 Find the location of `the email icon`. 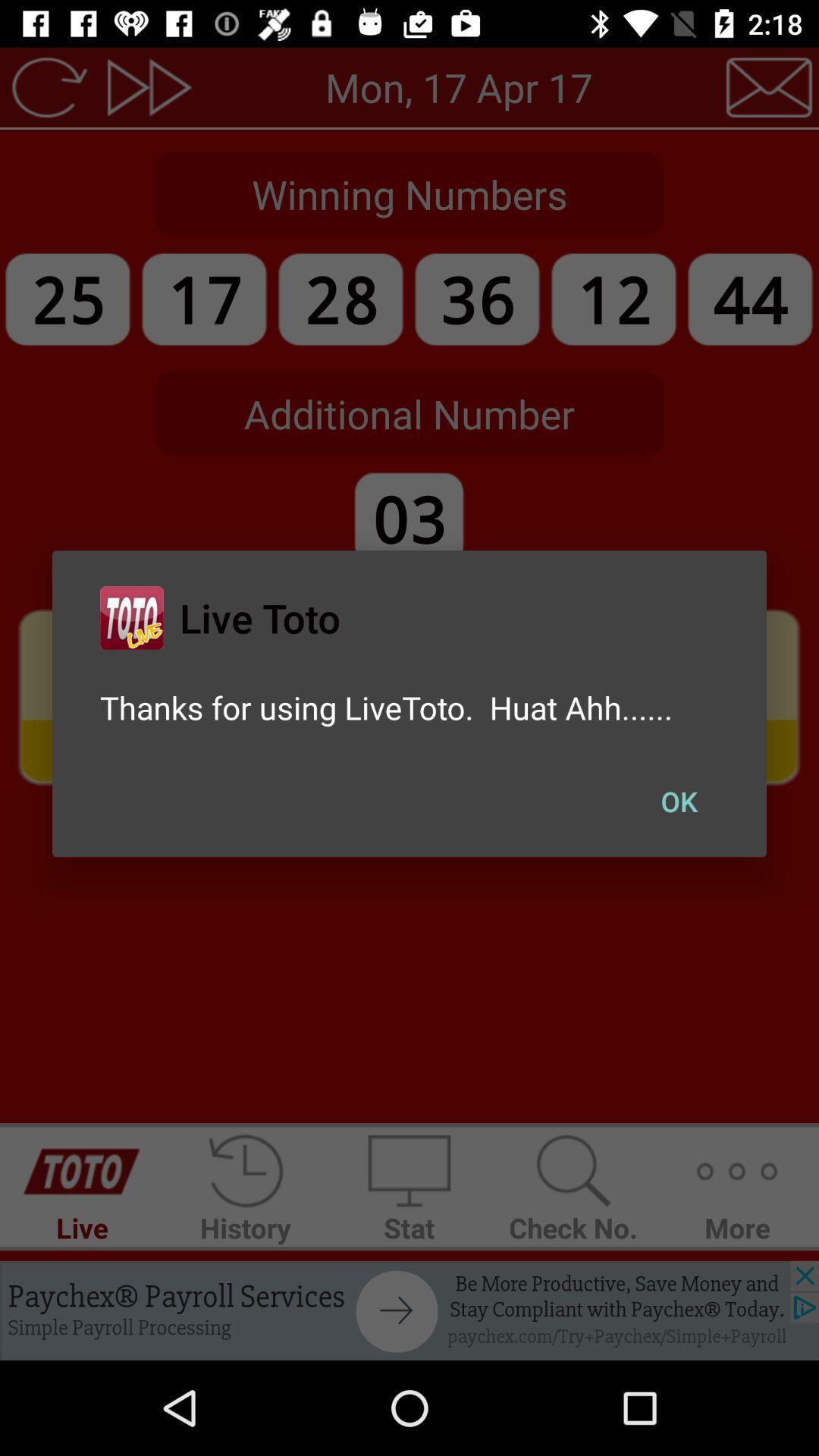

the email icon is located at coordinates (769, 86).